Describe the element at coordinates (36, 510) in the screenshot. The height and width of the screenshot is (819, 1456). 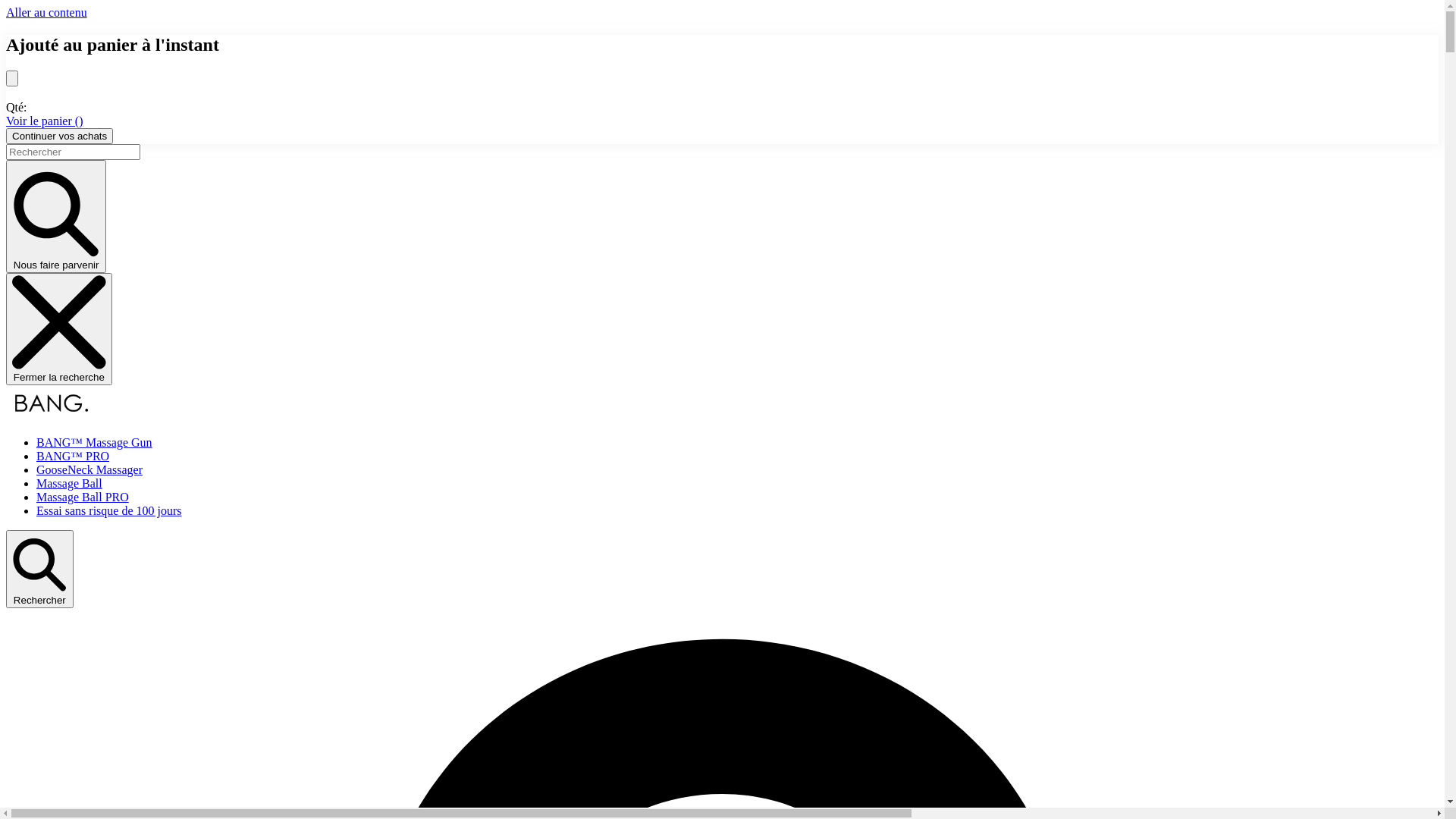
I see `'Essai sans risque de 100 jours'` at that location.